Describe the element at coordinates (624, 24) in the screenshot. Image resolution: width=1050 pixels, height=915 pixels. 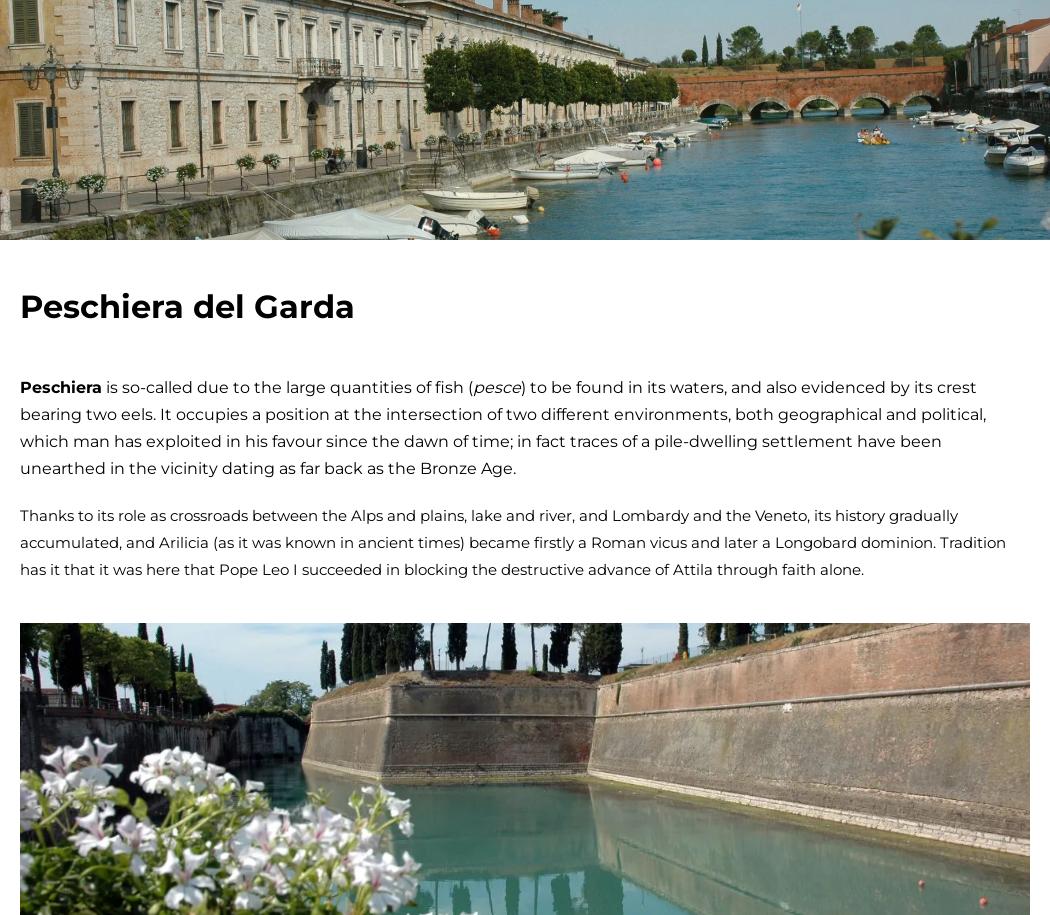
I see `'link - get inspired'` at that location.